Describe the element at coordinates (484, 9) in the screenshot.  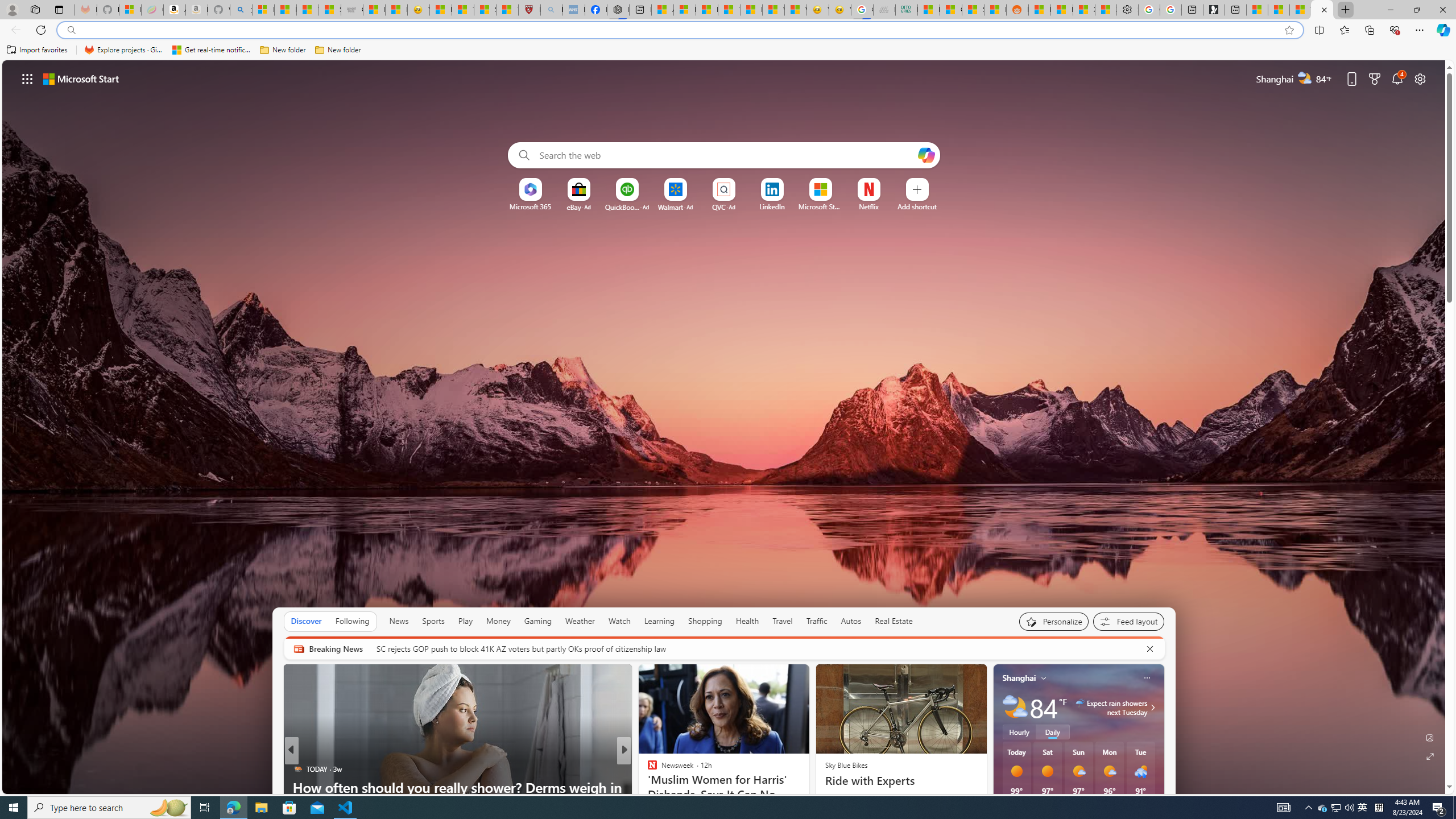
I see `'Science - MSN'` at that location.